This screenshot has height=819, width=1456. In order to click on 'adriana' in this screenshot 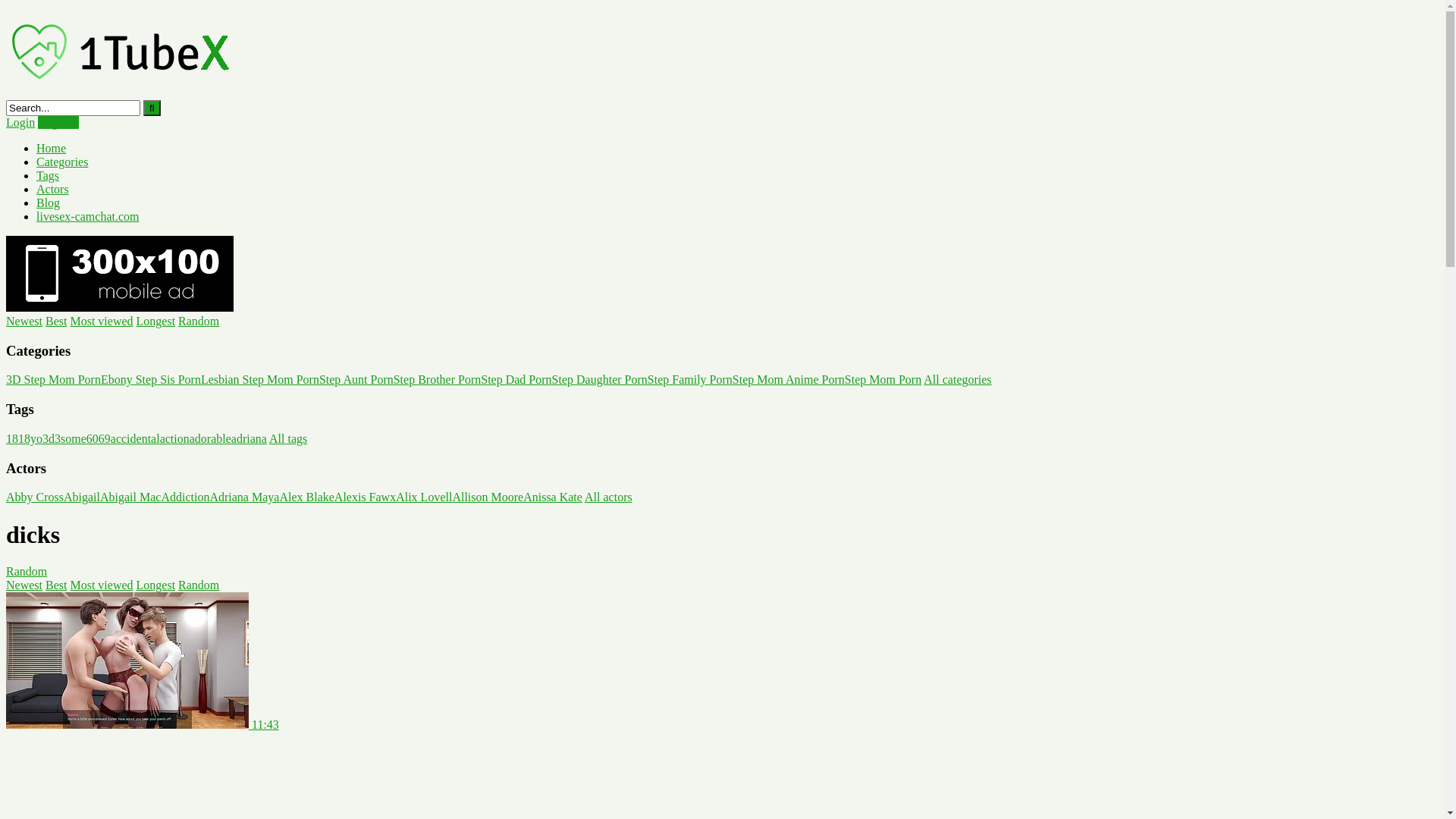, I will do `click(249, 438)`.